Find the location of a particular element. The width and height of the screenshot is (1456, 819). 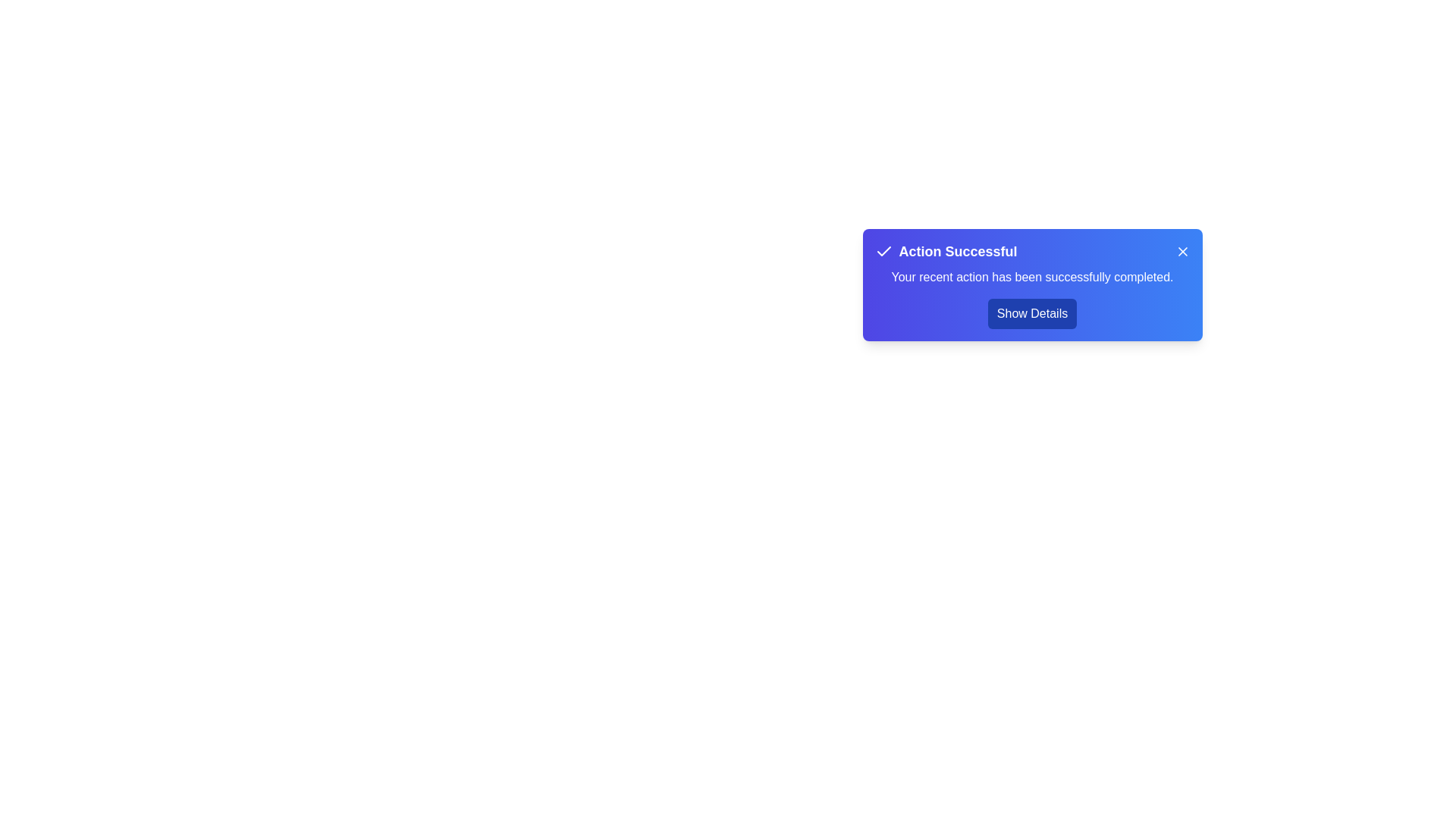

the close button to dismiss the alert is located at coordinates (1181, 250).